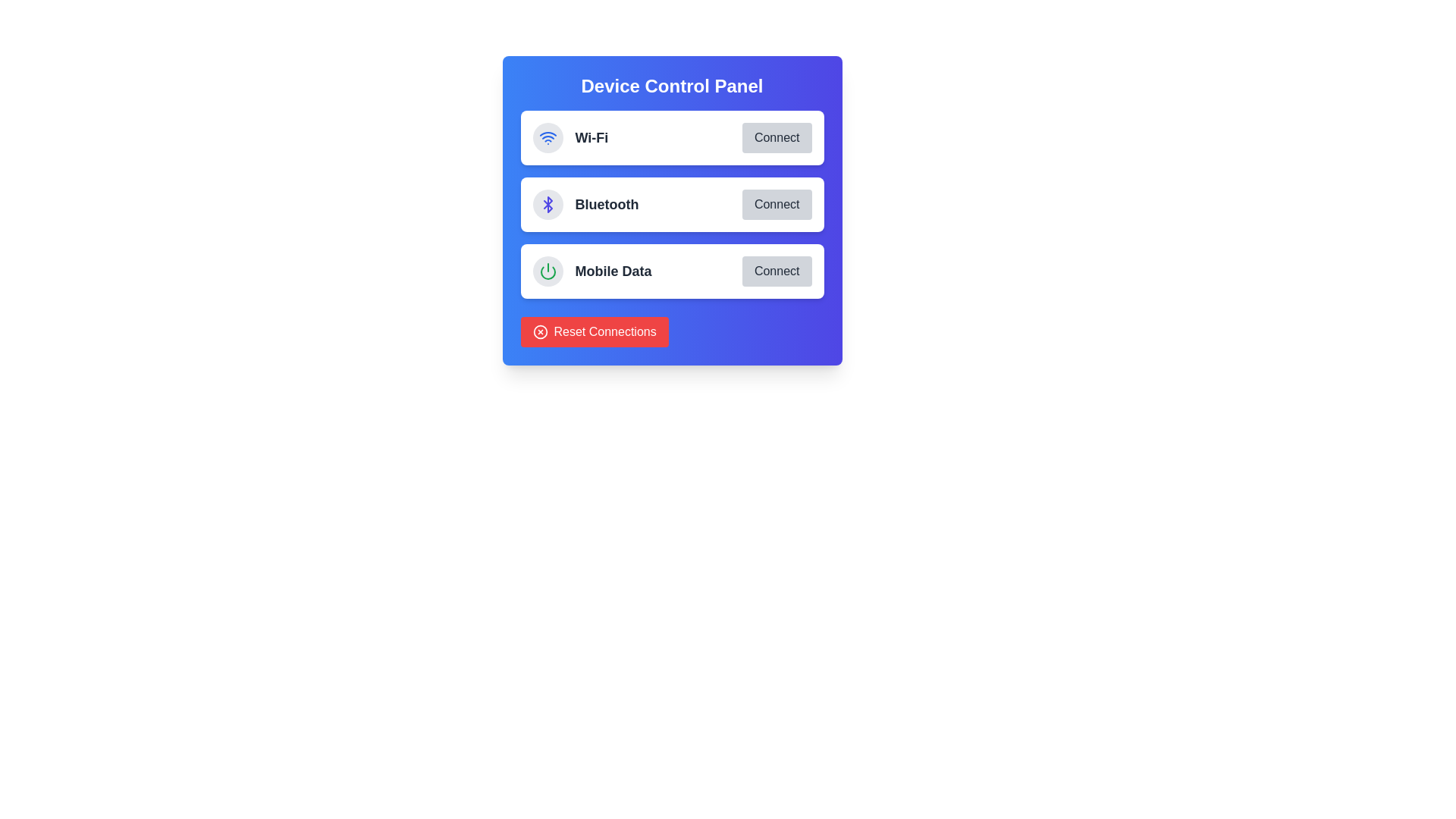 The image size is (1456, 819). Describe the element at coordinates (591, 137) in the screenshot. I see `the 'Wi-Fi' text label in the Device Control Panel, which indicates the Wi-Fi network option and is located to the right of the Wi-Fi icon` at that location.